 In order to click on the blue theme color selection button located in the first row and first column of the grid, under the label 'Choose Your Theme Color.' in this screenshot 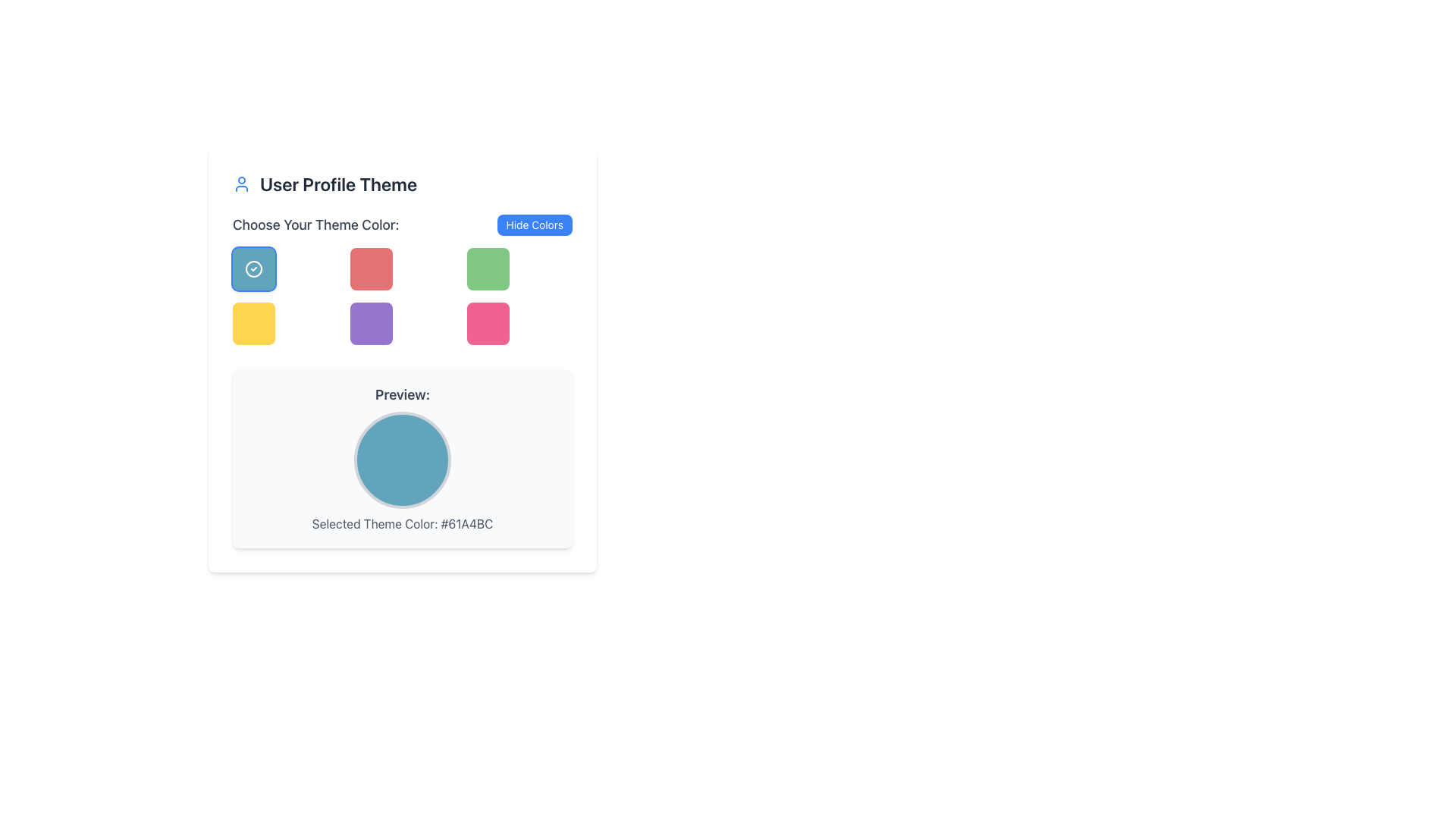, I will do `click(254, 268)`.